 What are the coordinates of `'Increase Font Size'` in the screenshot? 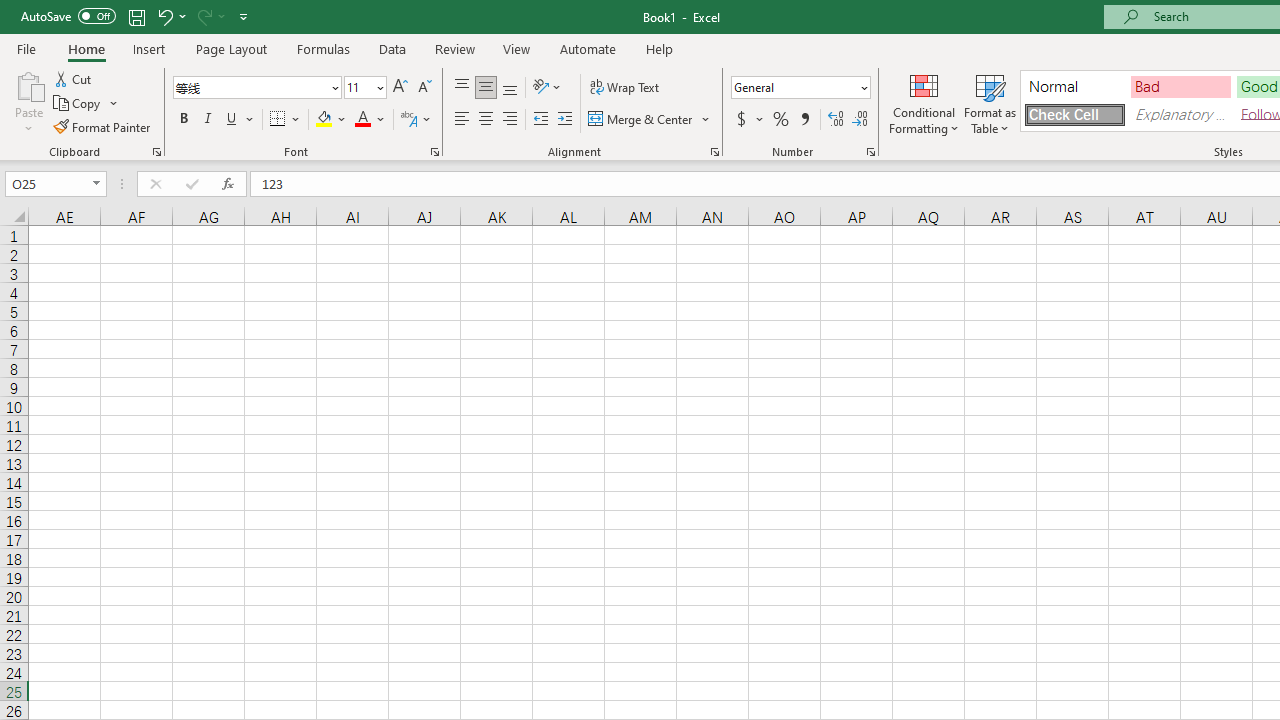 It's located at (400, 86).